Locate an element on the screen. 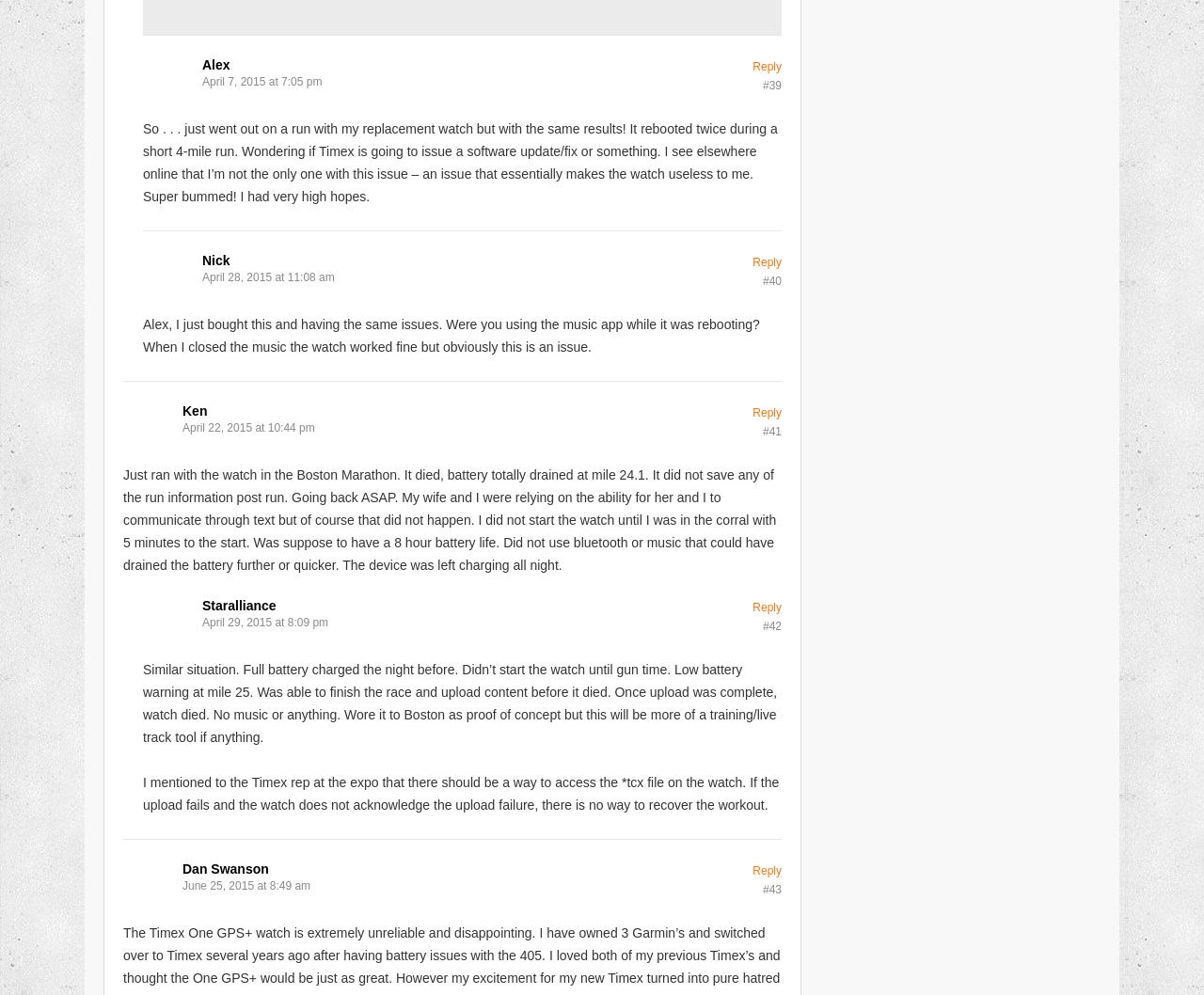 Image resolution: width=1204 pixels, height=995 pixels. '#41' is located at coordinates (761, 430).